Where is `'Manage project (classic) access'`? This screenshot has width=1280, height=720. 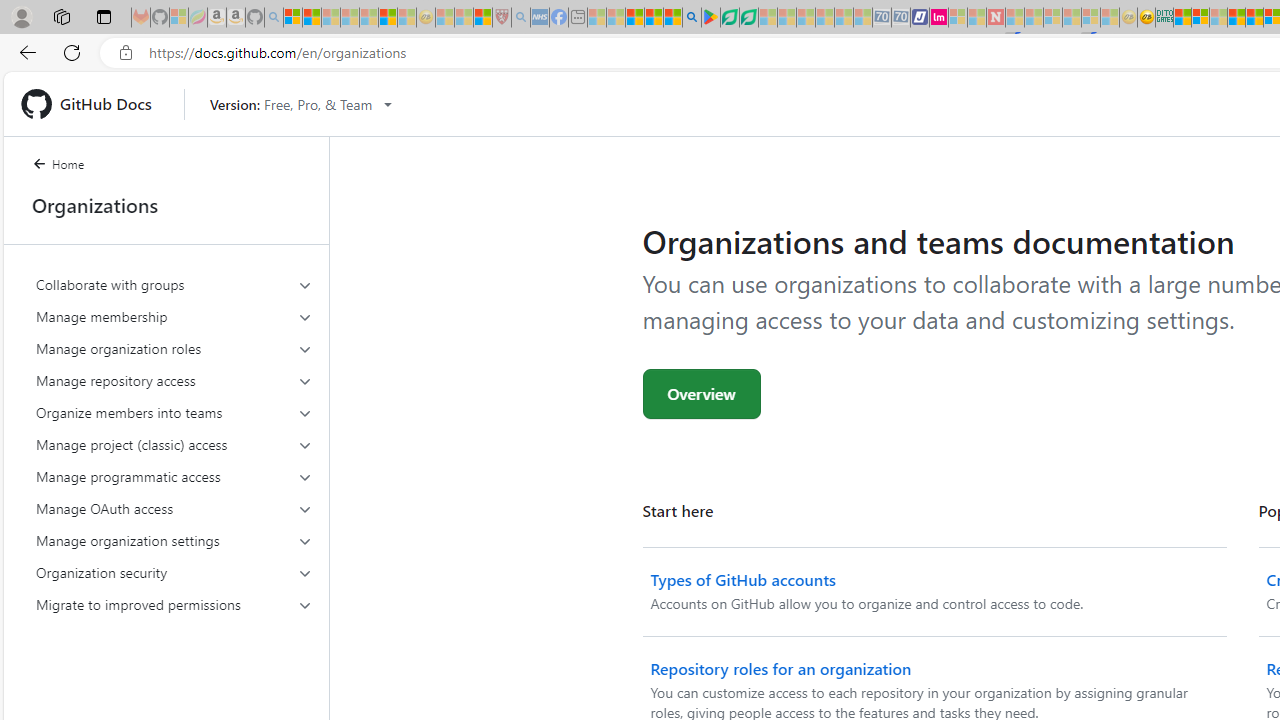 'Manage project (classic) access' is located at coordinates (174, 443).